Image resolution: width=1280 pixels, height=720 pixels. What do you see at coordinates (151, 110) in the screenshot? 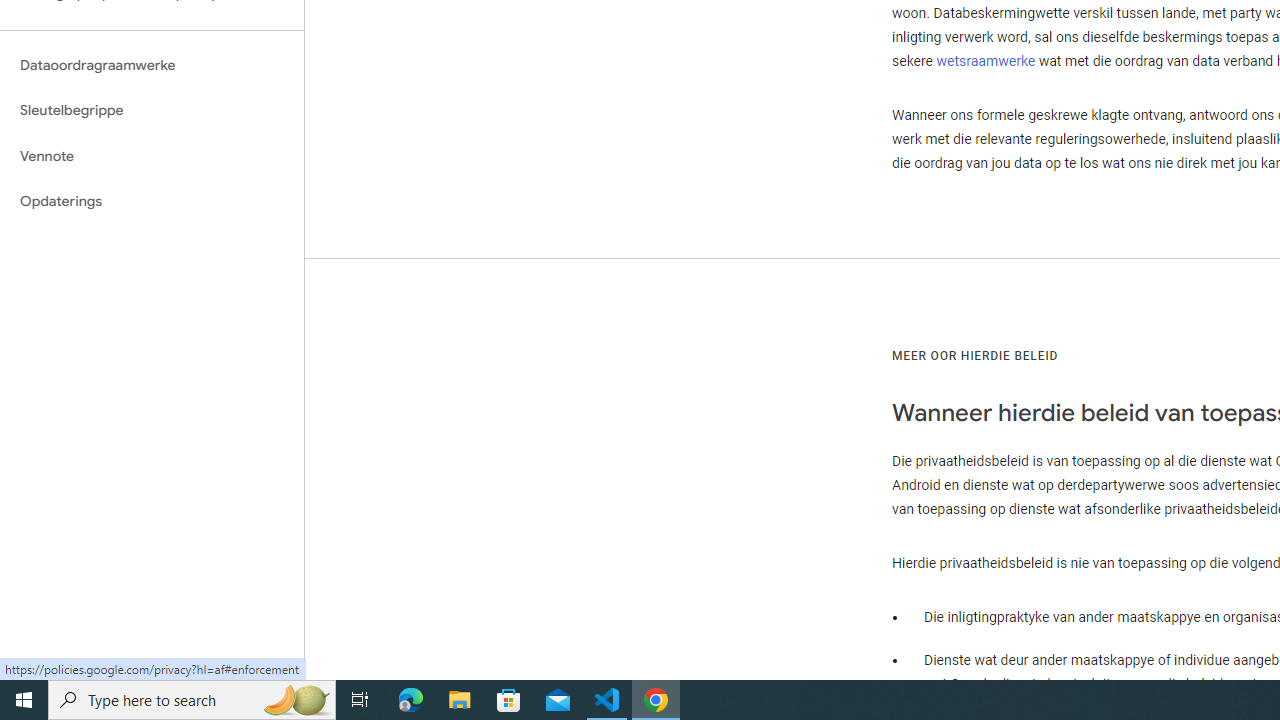
I see `'Sleutelbegrippe'` at bounding box center [151, 110].